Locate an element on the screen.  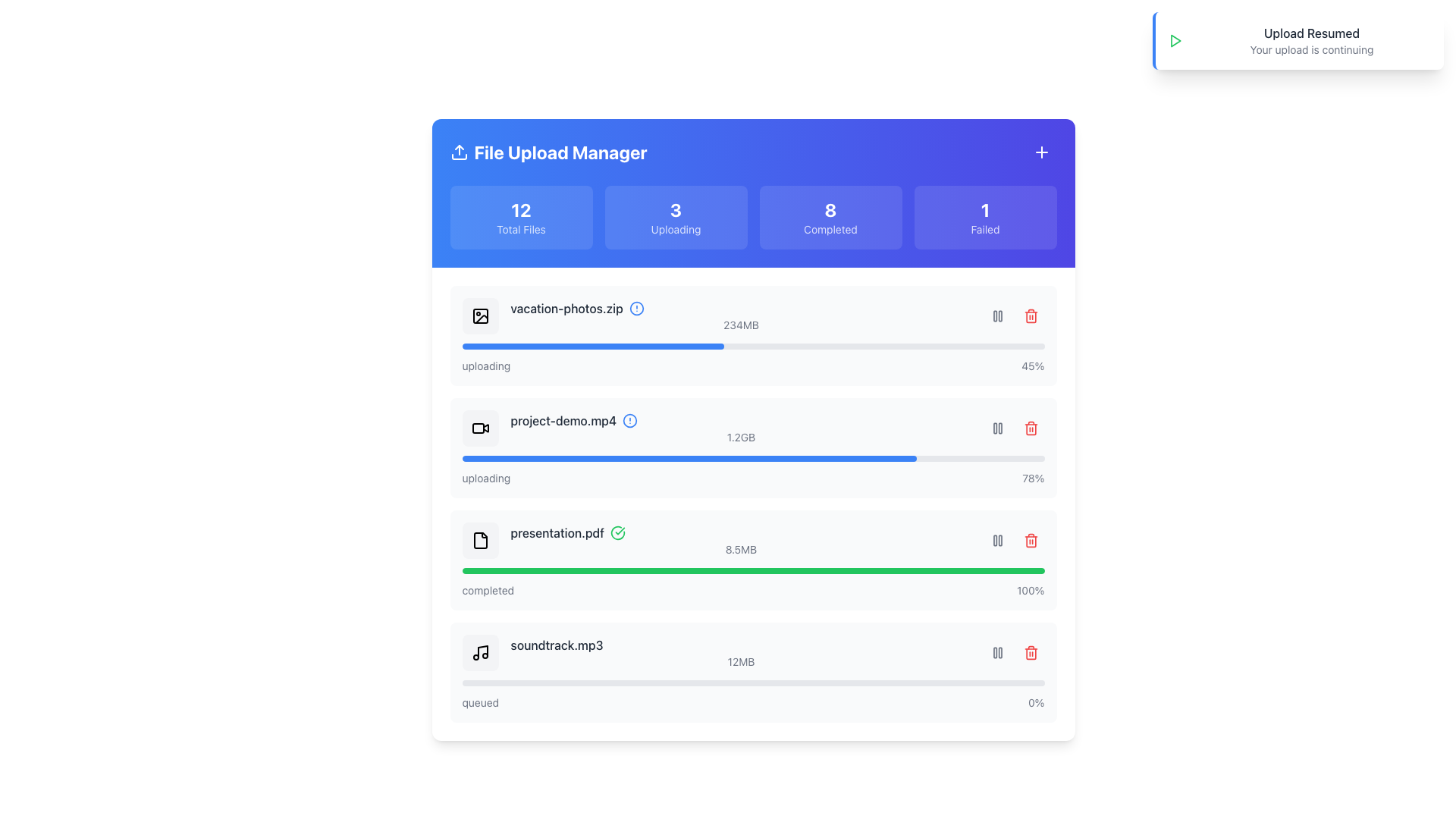
the informational card displaying the number of failed file uploads, which is the last item in the grid layout of the file upload manager interface is located at coordinates (985, 217).